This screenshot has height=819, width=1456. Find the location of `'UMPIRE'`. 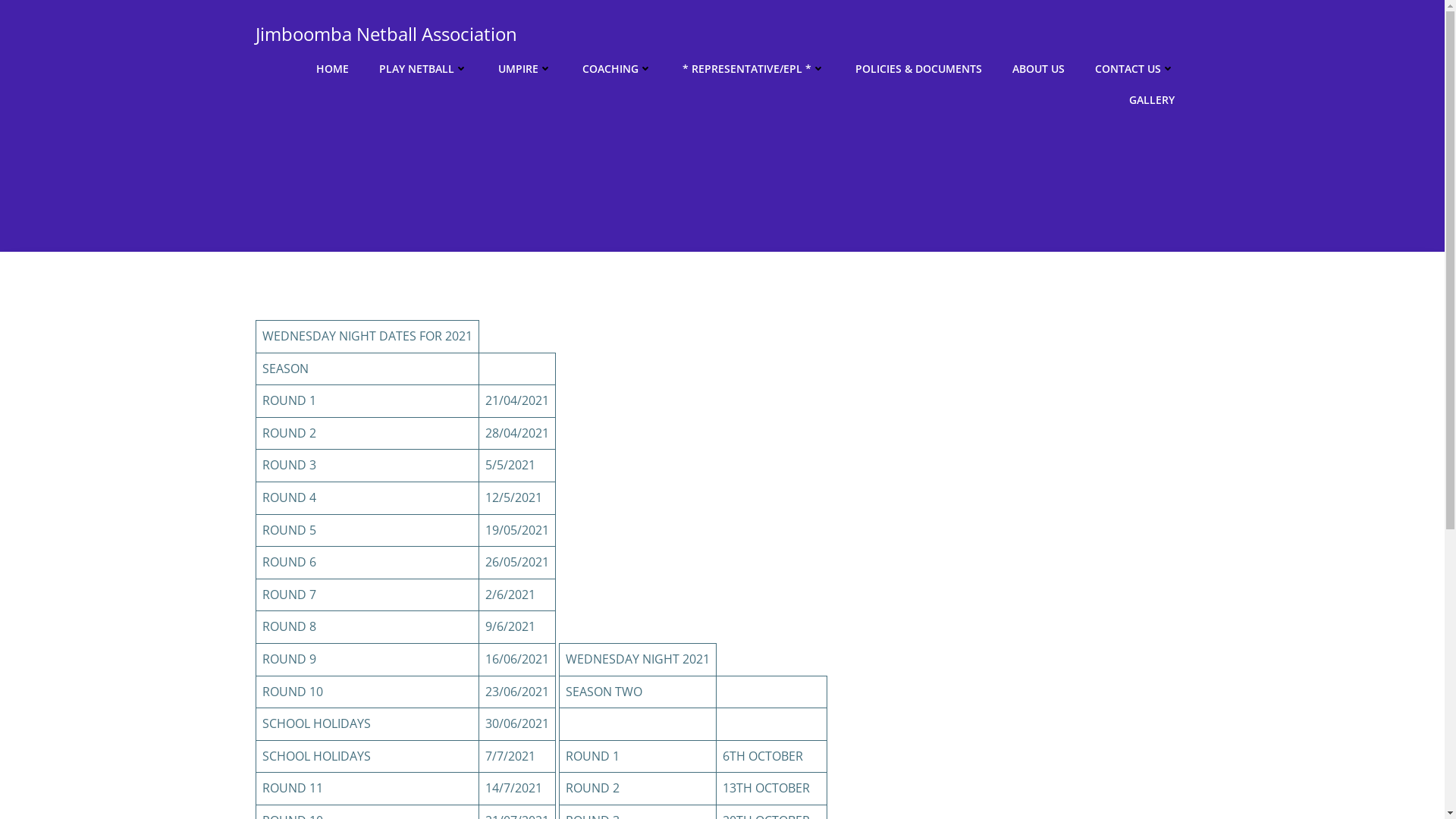

'UMPIRE' is located at coordinates (524, 68).